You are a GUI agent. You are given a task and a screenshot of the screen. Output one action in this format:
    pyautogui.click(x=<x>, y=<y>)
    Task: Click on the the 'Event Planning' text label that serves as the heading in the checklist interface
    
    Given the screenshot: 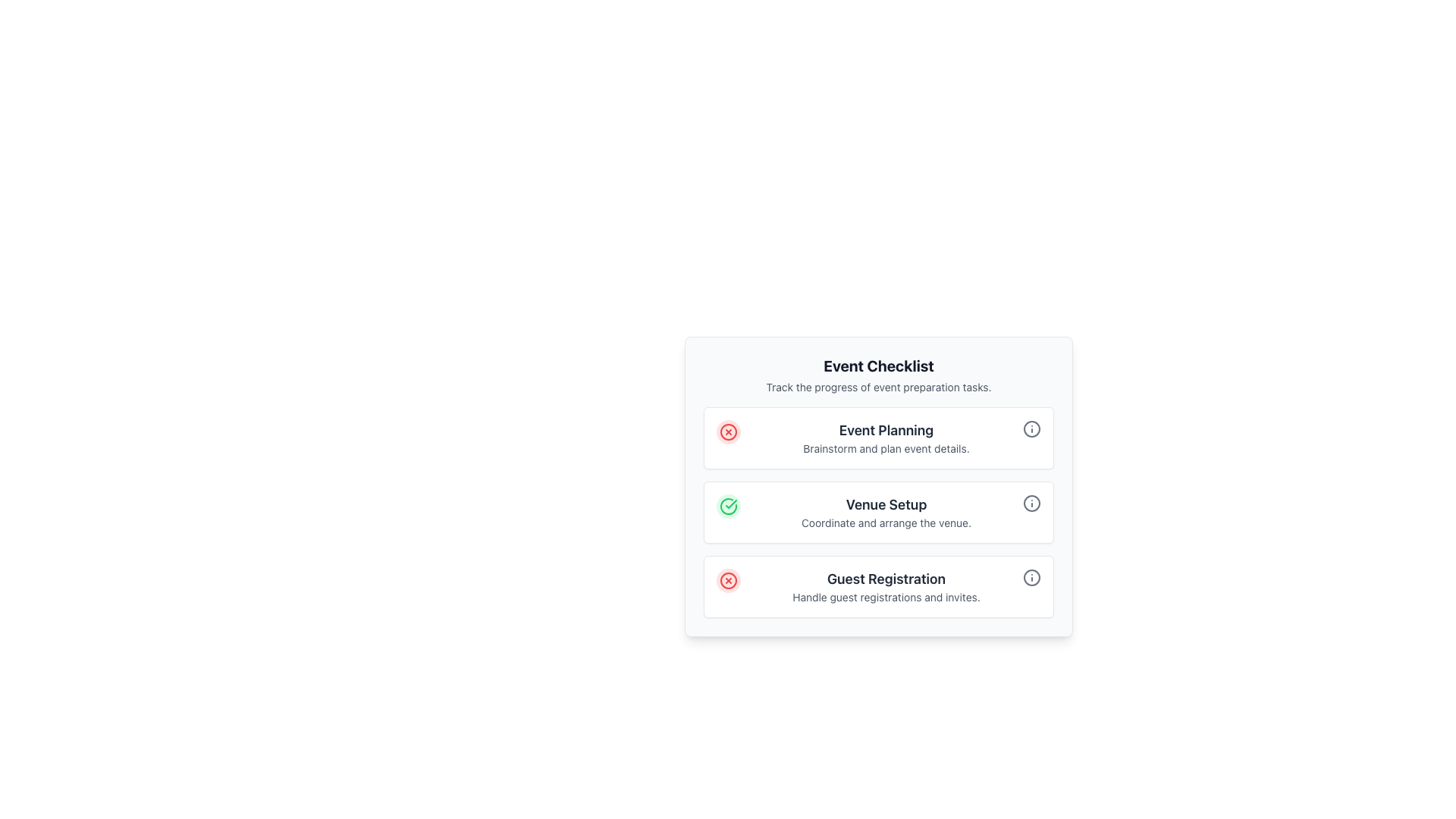 What is the action you would take?
    pyautogui.click(x=886, y=430)
    